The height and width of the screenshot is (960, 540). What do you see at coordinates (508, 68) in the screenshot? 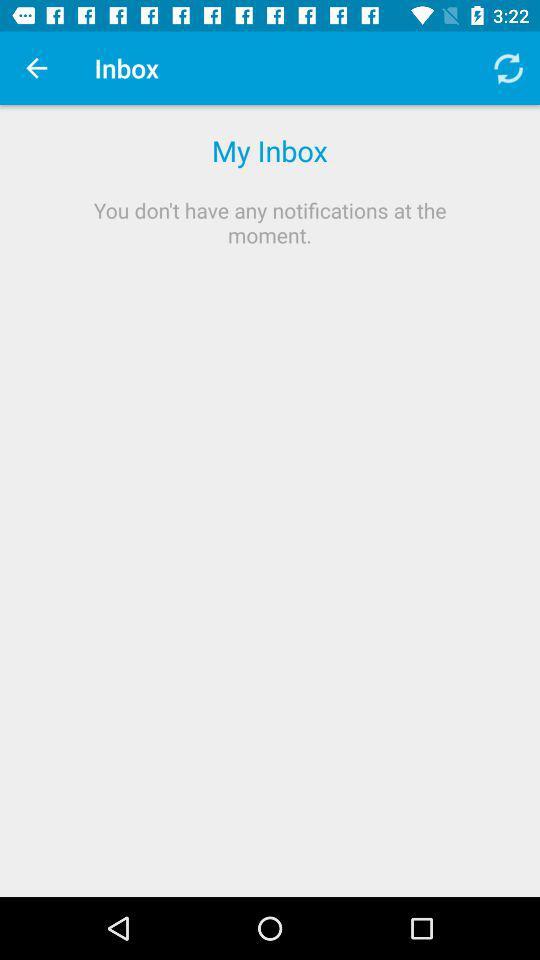
I see `icon next to inbox item` at bounding box center [508, 68].